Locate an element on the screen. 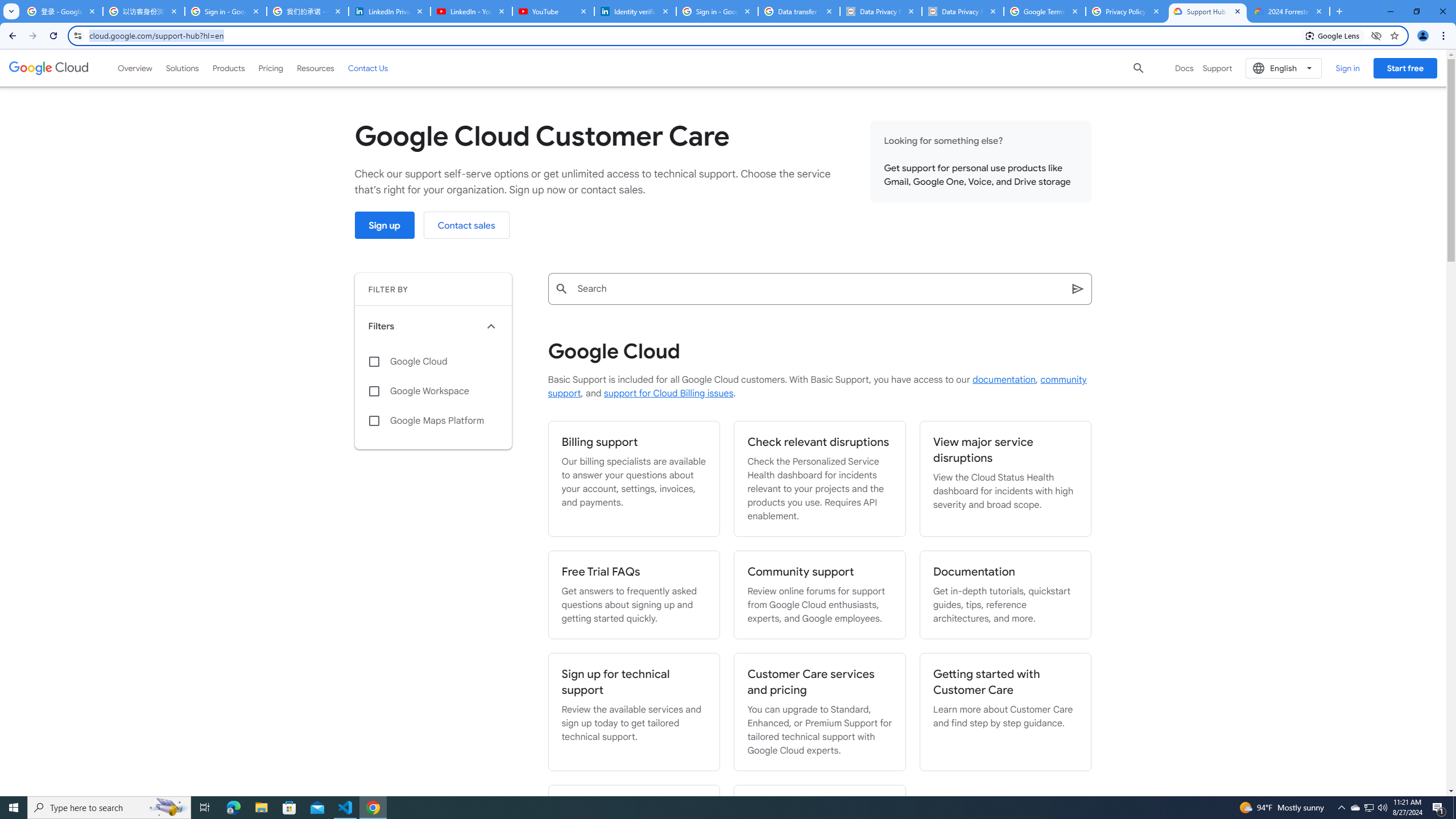 This screenshot has height=819, width=1456. 'Products' is located at coordinates (227, 67).